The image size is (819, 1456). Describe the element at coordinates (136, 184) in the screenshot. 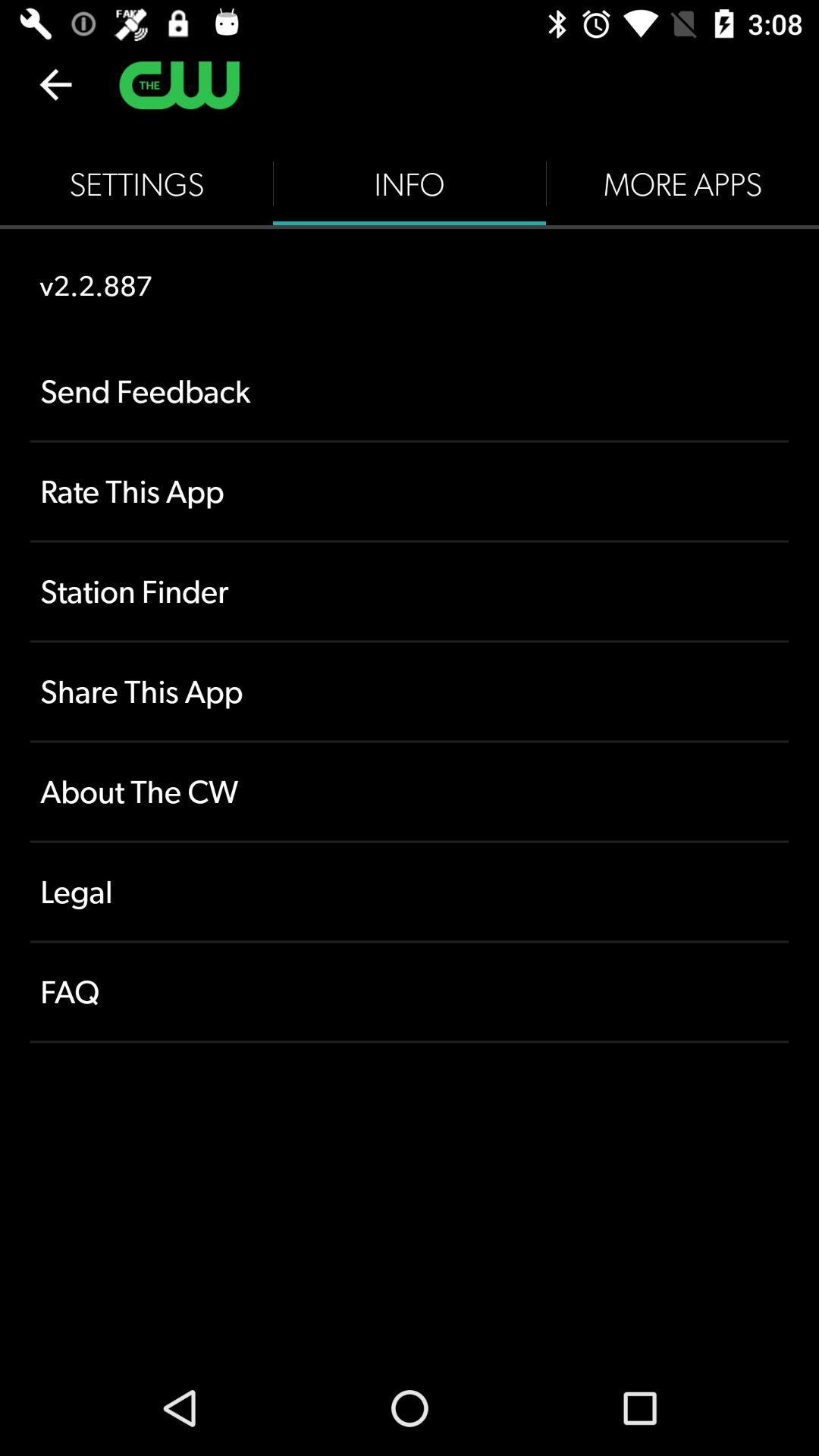

I see `icon to the left of the info` at that location.